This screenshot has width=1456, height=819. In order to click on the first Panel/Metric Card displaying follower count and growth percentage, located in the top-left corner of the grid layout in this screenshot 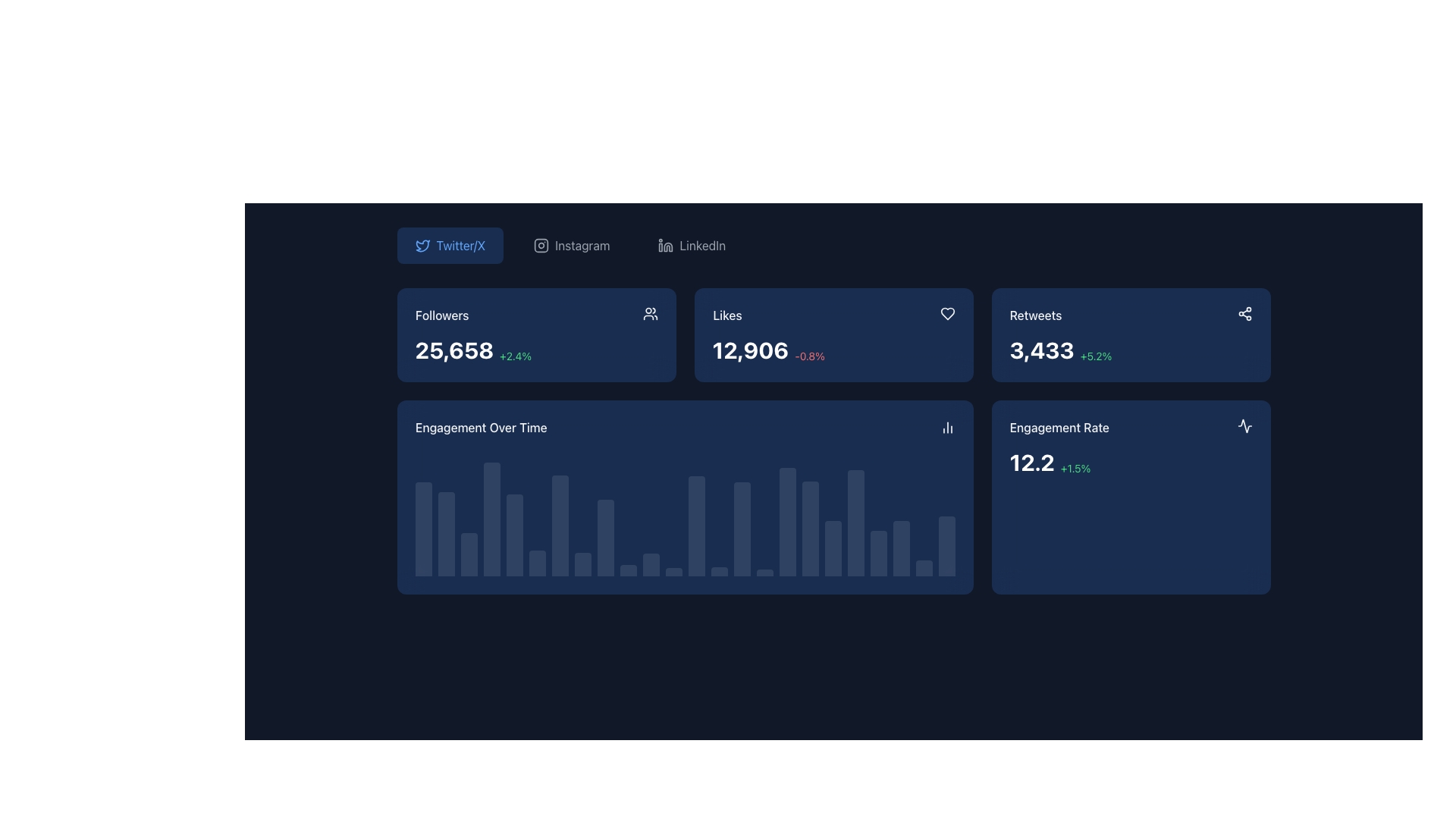, I will do `click(536, 334)`.